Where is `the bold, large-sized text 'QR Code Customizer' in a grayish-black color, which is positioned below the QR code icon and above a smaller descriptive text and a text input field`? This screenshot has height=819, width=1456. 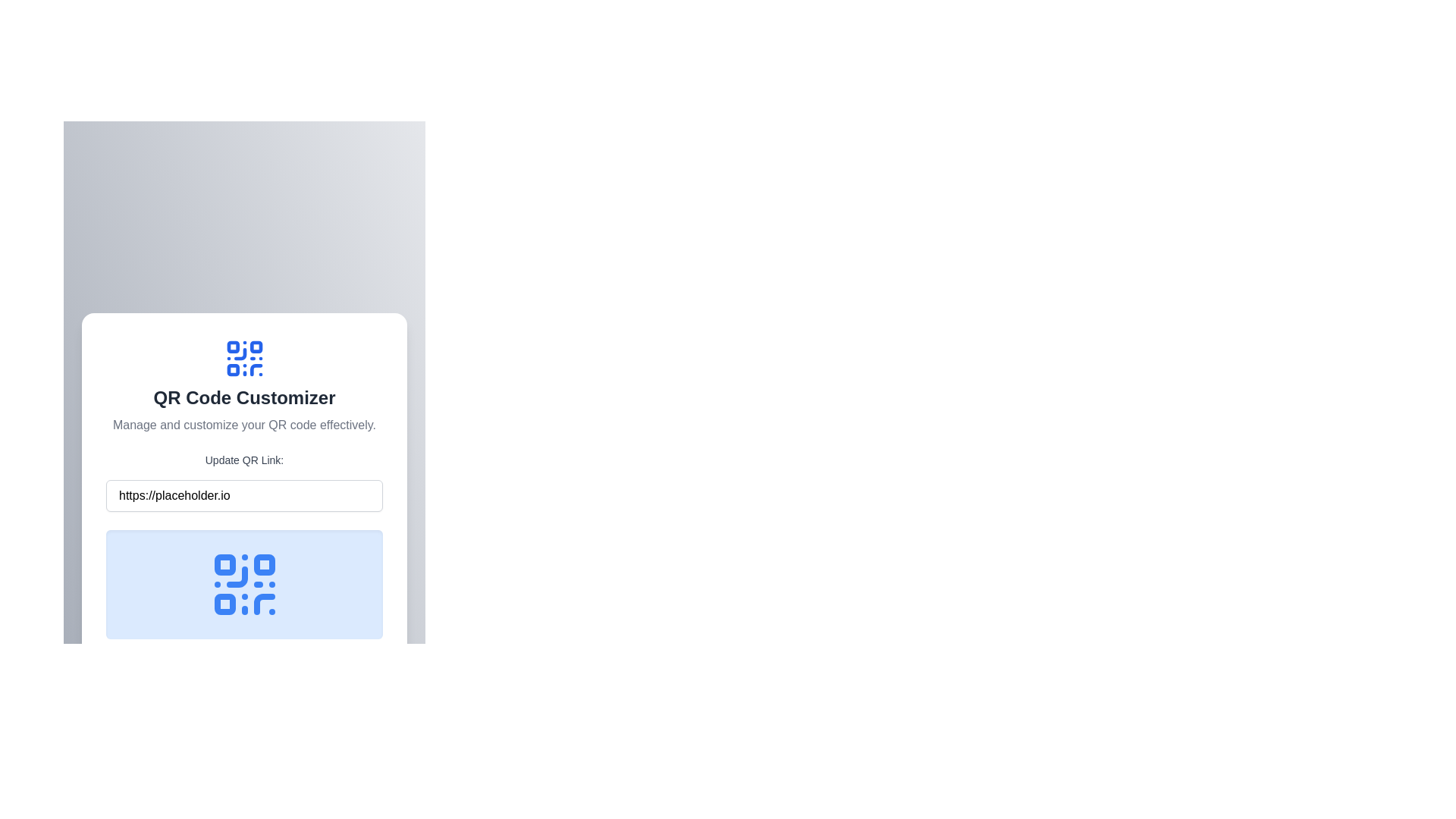
the bold, large-sized text 'QR Code Customizer' in a grayish-black color, which is positioned below the QR code icon and above a smaller descriptive text and a text input field is located at coordinates (244, 397).